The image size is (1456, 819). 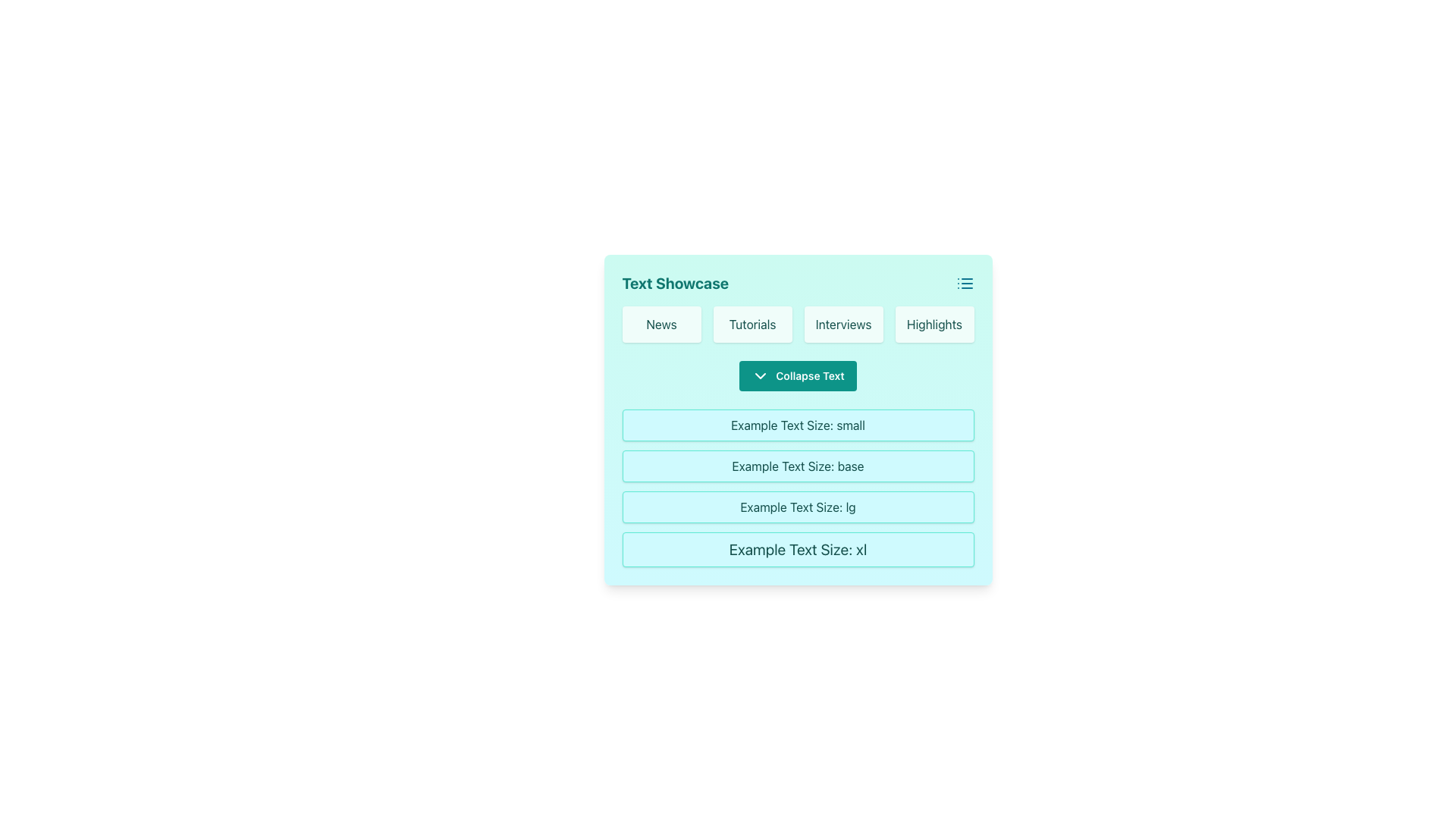 What do you see at coordinates (797, 465) in the screenshot?
I see `the button with the text 'Example Text Size: base', which is the second button under the 'Text Showcase' heading` at bounding box center [797, 465].